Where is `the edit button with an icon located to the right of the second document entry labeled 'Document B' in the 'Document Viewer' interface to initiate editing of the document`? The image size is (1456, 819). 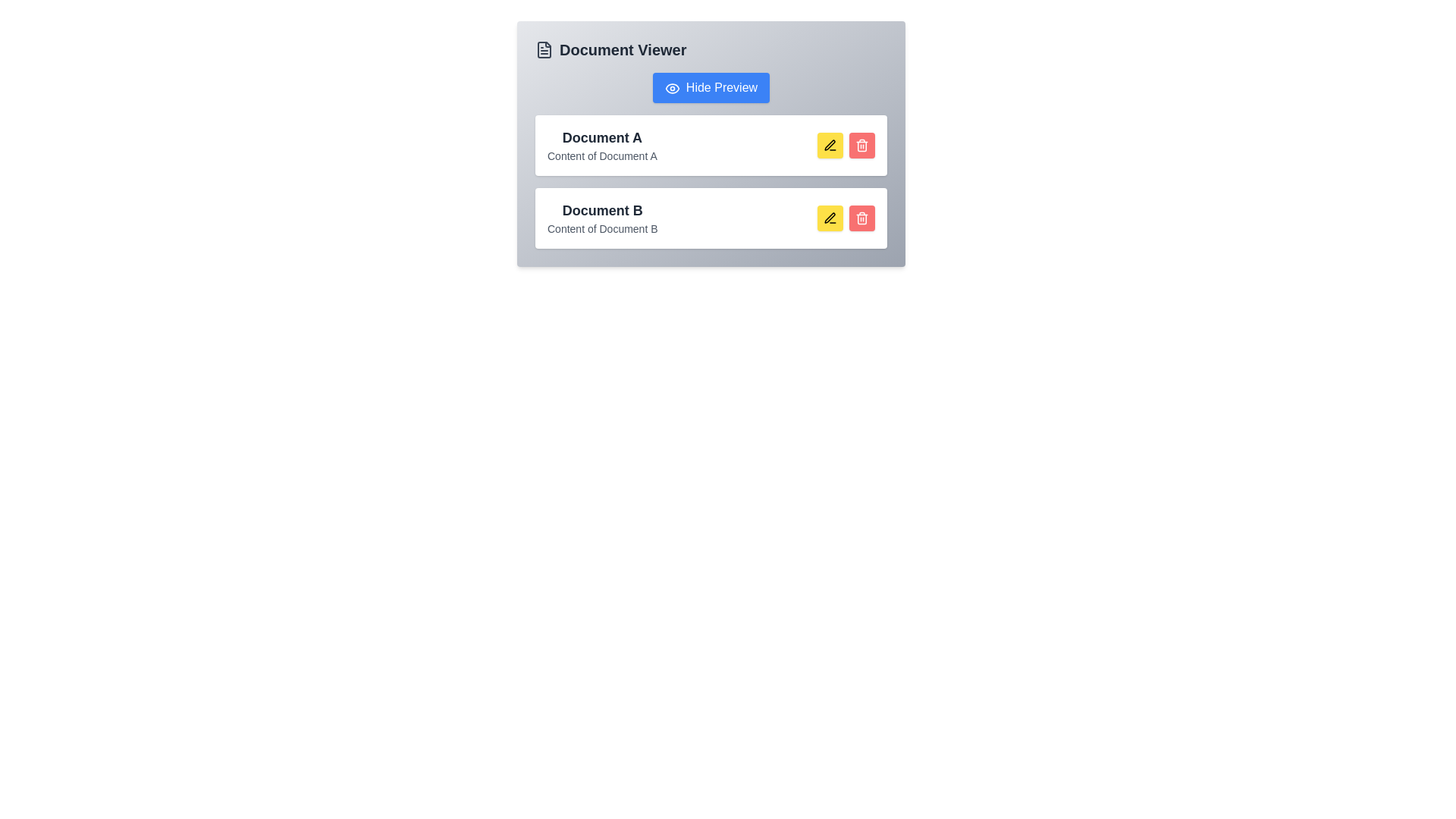 the edit button with an icon located to the right of the second document entry labeled 'Document B' in the 'Document Viewer' interface to initiate editing of the document is located at coordinates (829, 218).